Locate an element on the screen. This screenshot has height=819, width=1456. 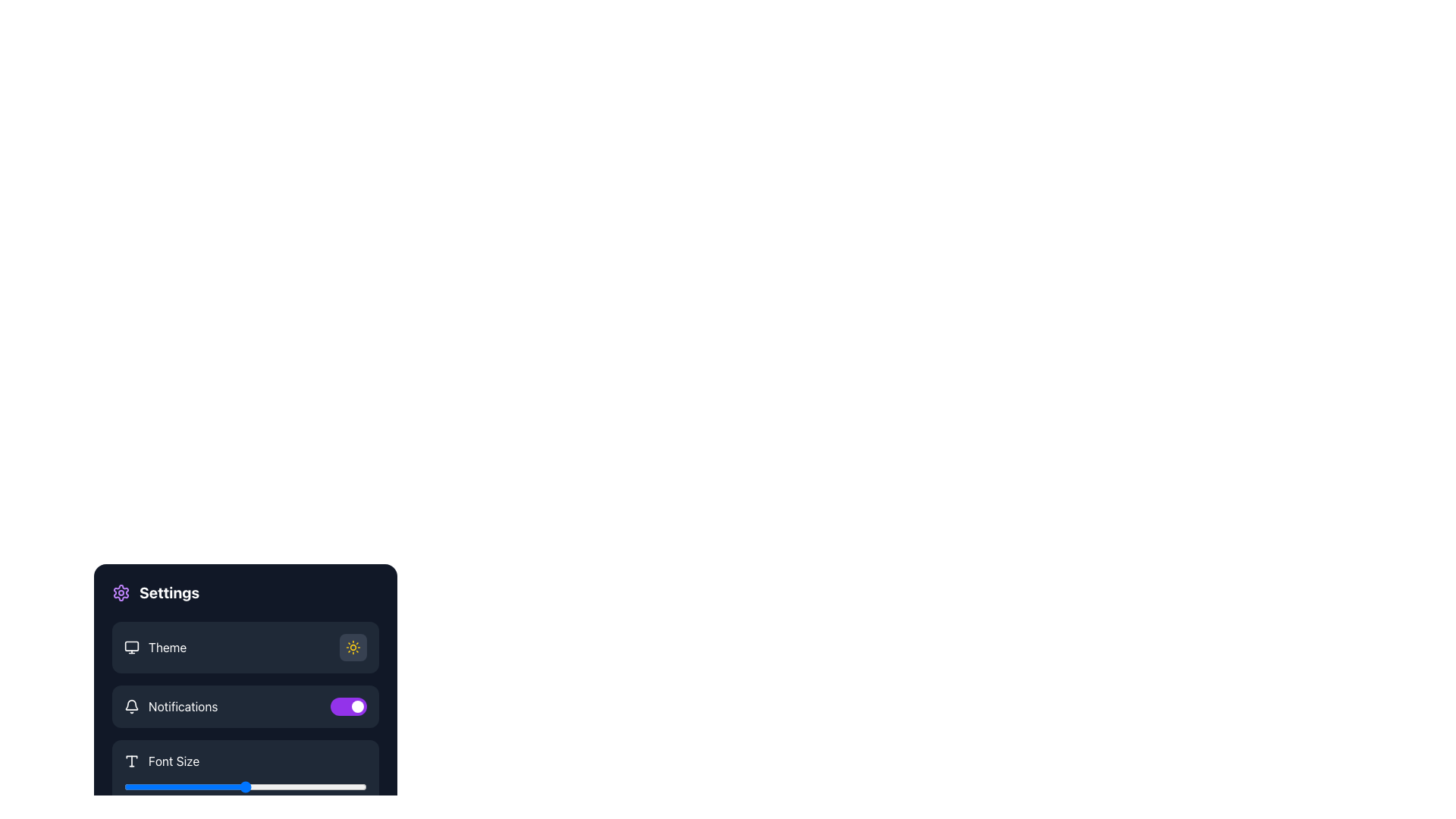
the gear icon with a purple hue located on the far left of the header section labeled 'Settings' is located at coordinates (120, 592).